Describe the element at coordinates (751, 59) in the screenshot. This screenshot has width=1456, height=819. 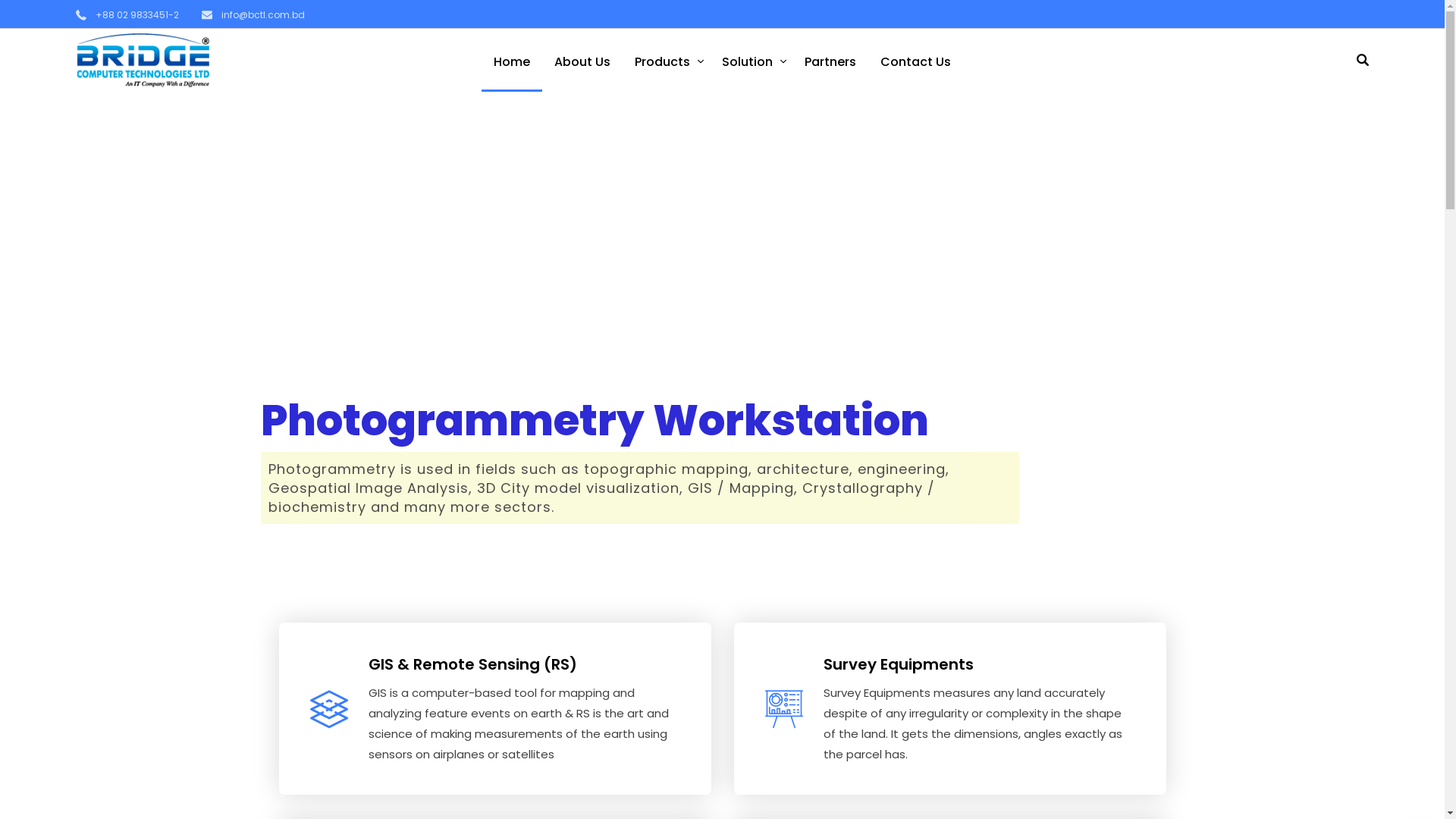
I see `'Solution'` at that location.